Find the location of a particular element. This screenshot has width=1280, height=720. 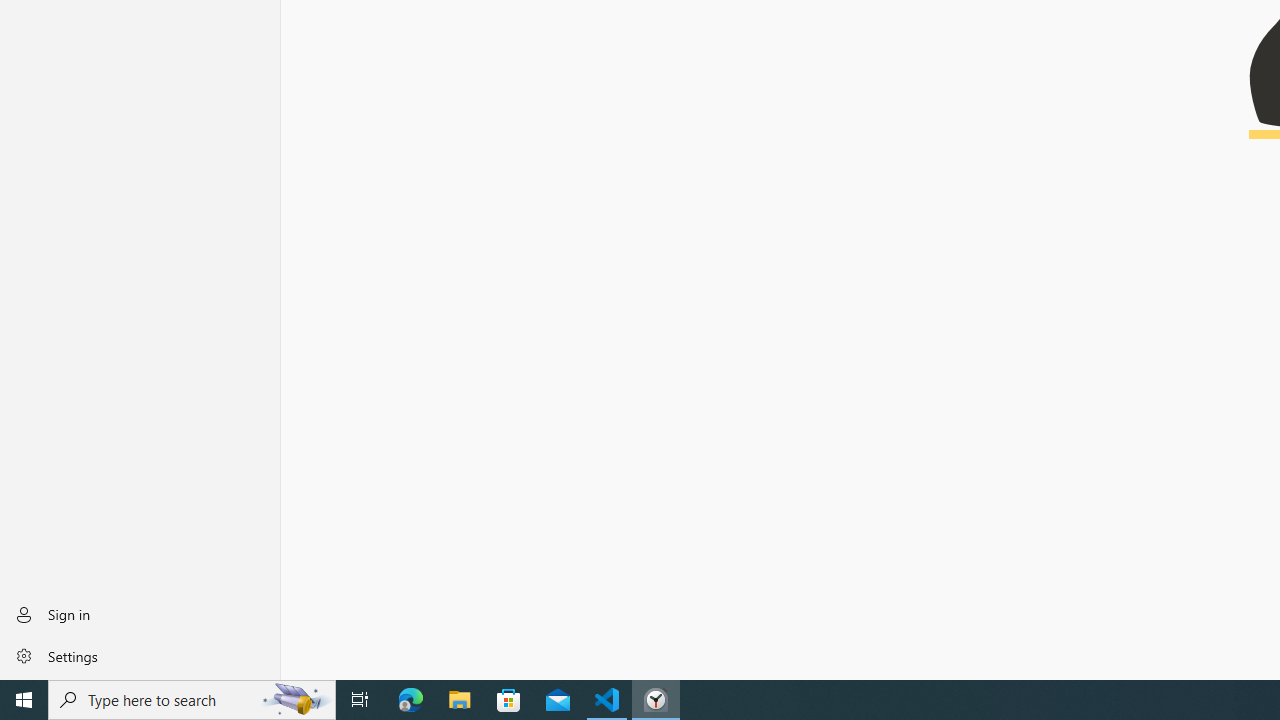

'Settings' is located at coordinates (139, 655).